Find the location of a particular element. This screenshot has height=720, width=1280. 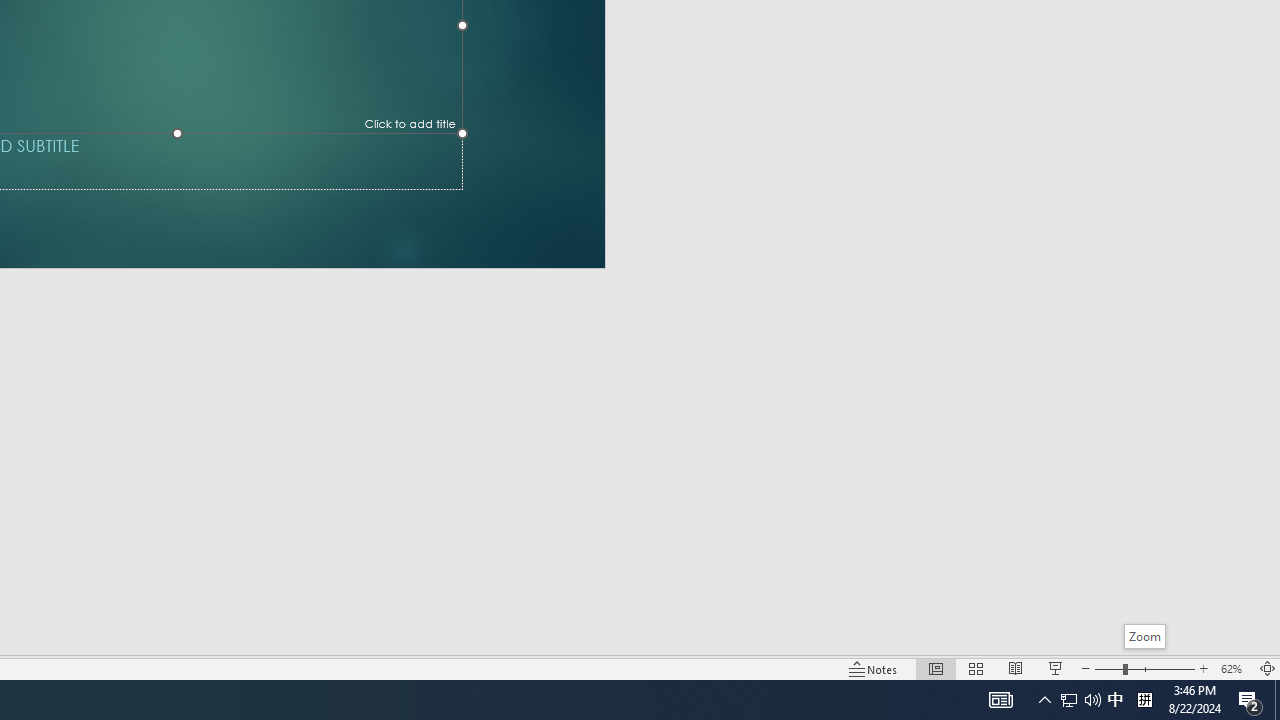

'Zoom 62%' is located at coordinates (1233, 669).